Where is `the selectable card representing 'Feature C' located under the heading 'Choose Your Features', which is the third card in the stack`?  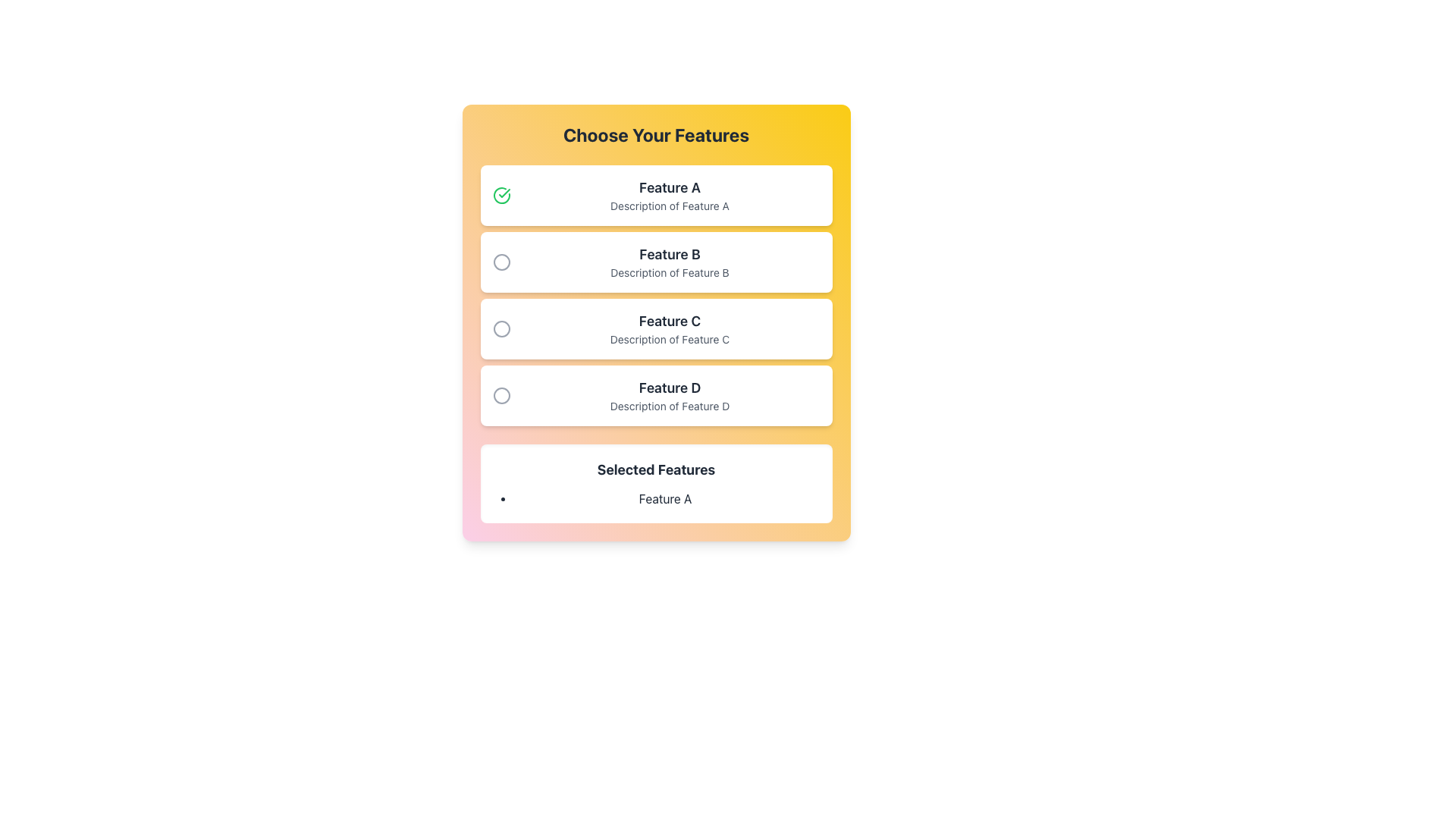
the selectable card representing 'Feature C' located under the heading 'Choose Your Features', which is the third card in the stack is located at coordinates (656, 328).